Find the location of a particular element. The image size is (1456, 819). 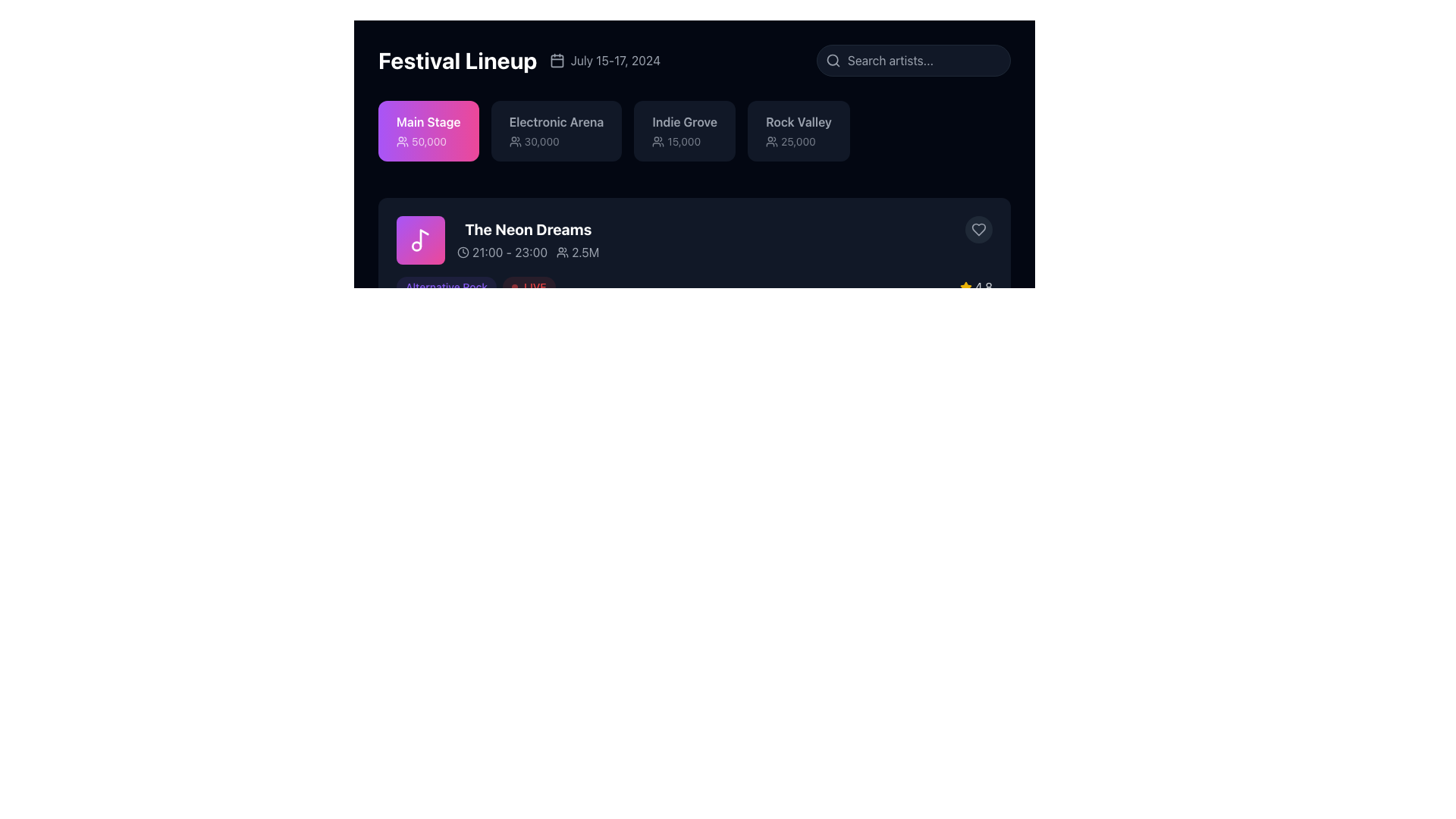

the compound UI element containing the labels 'Alternative Rock' and 'LIVE' is located at coordinates (475, 287).